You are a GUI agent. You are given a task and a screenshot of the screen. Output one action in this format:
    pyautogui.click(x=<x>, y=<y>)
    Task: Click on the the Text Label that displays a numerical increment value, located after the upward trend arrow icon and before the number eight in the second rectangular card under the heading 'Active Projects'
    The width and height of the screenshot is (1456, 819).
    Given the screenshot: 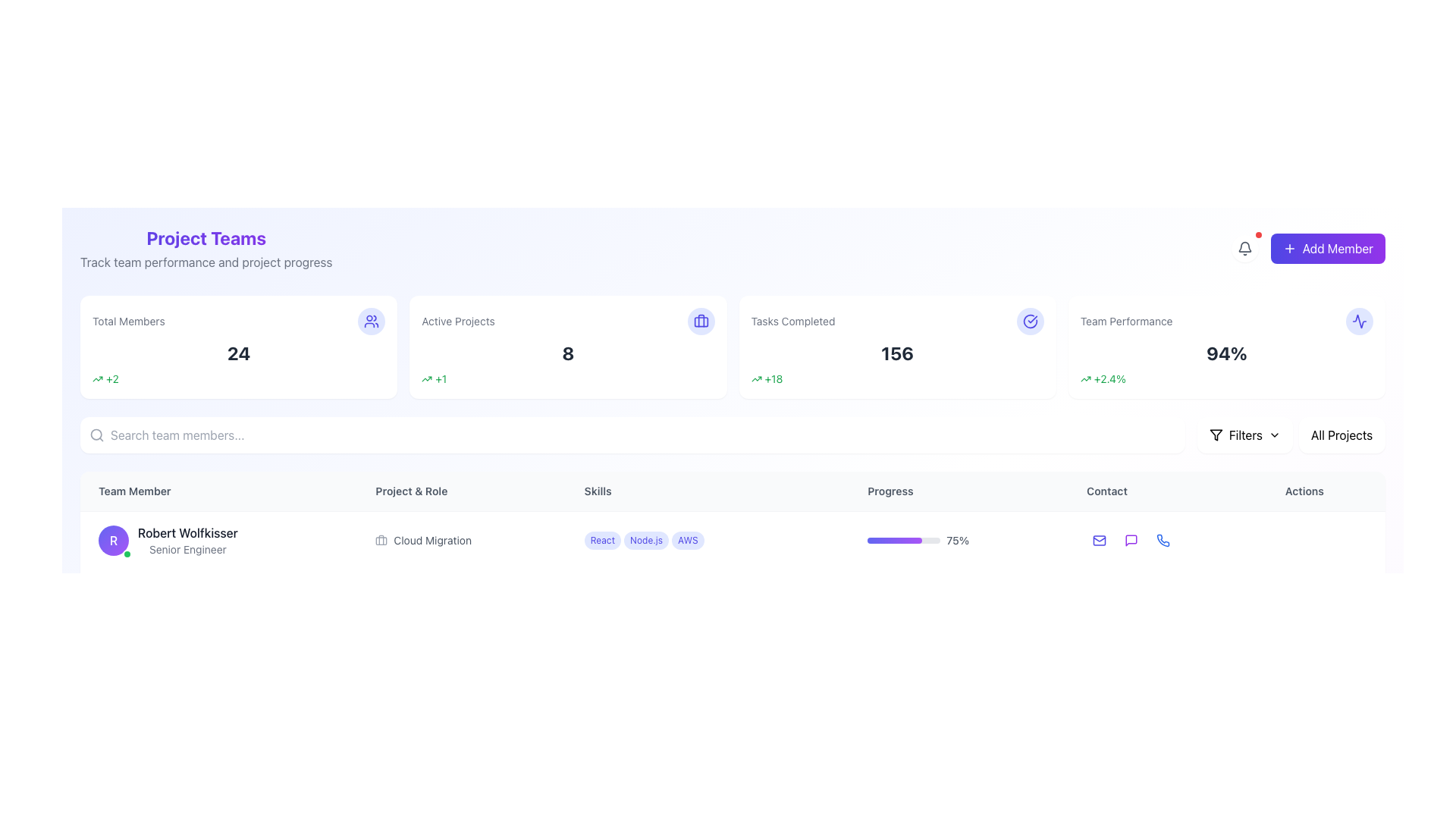 What is the action you would take?
    pyautogui.click(x=440, y=378)
    